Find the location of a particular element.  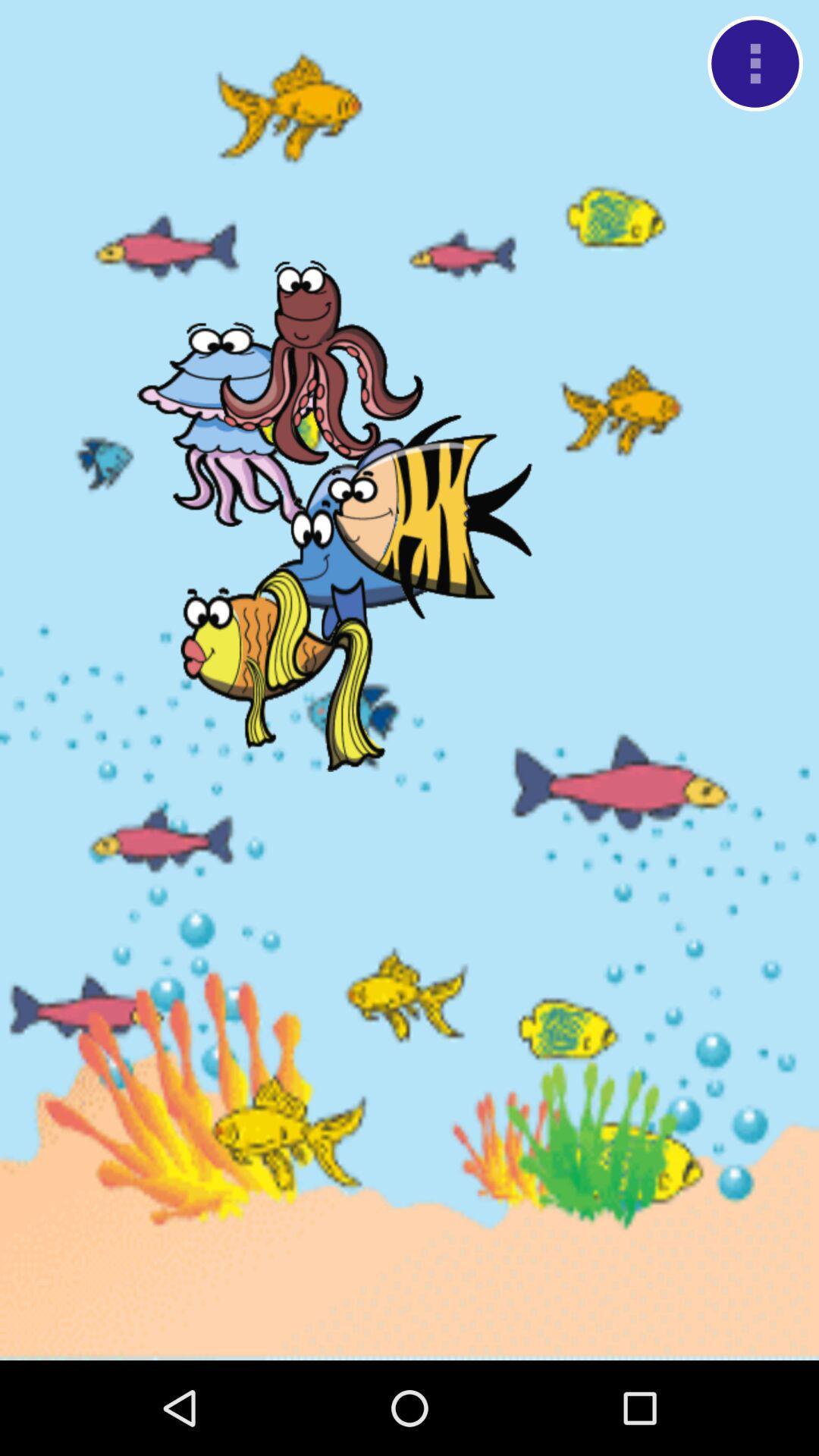

the more icon is located at coordinates (755, 67).